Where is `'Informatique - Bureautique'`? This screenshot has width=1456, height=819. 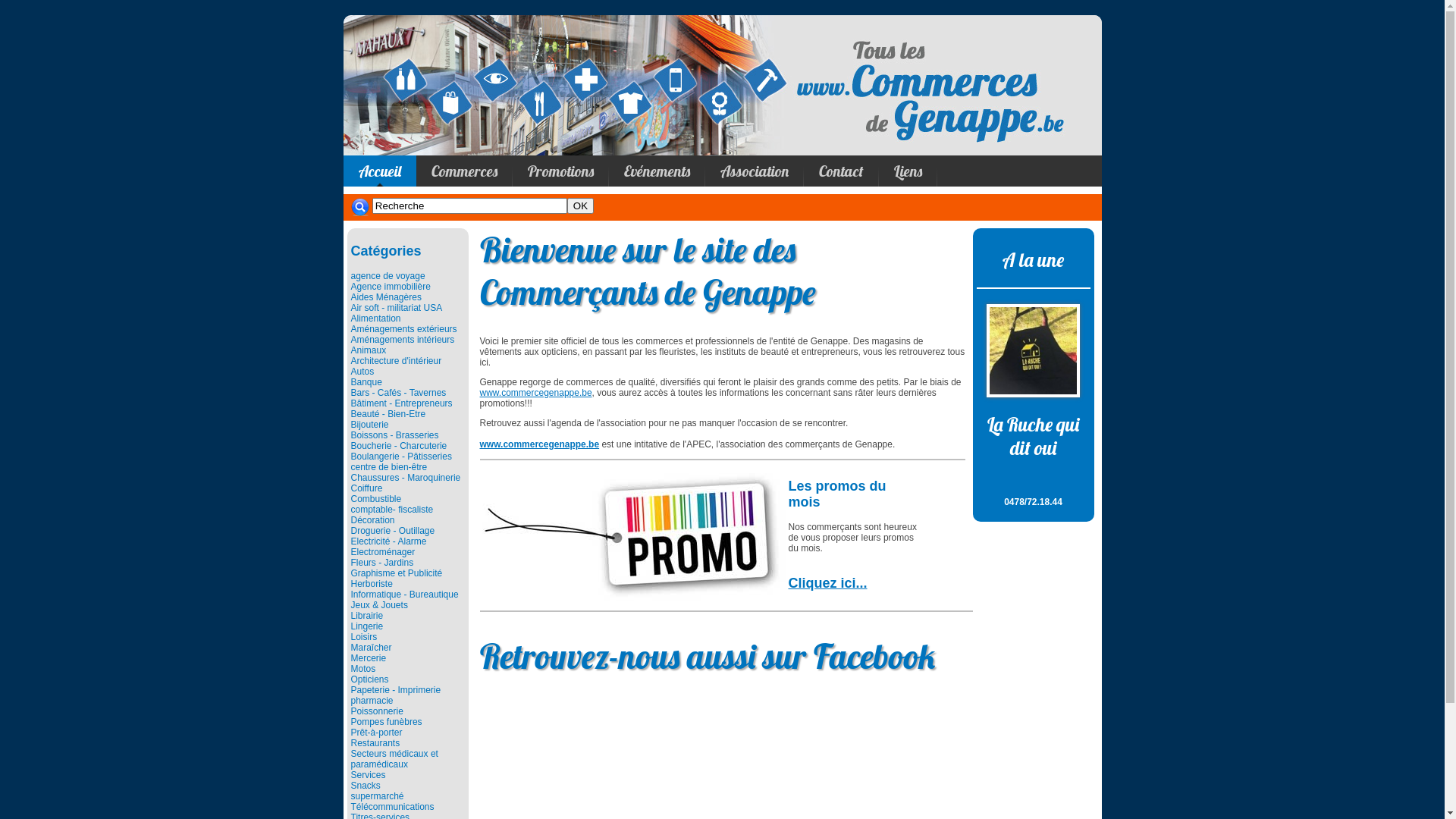 'Informatique - Bureautique' is located at coordinates (349, 593).